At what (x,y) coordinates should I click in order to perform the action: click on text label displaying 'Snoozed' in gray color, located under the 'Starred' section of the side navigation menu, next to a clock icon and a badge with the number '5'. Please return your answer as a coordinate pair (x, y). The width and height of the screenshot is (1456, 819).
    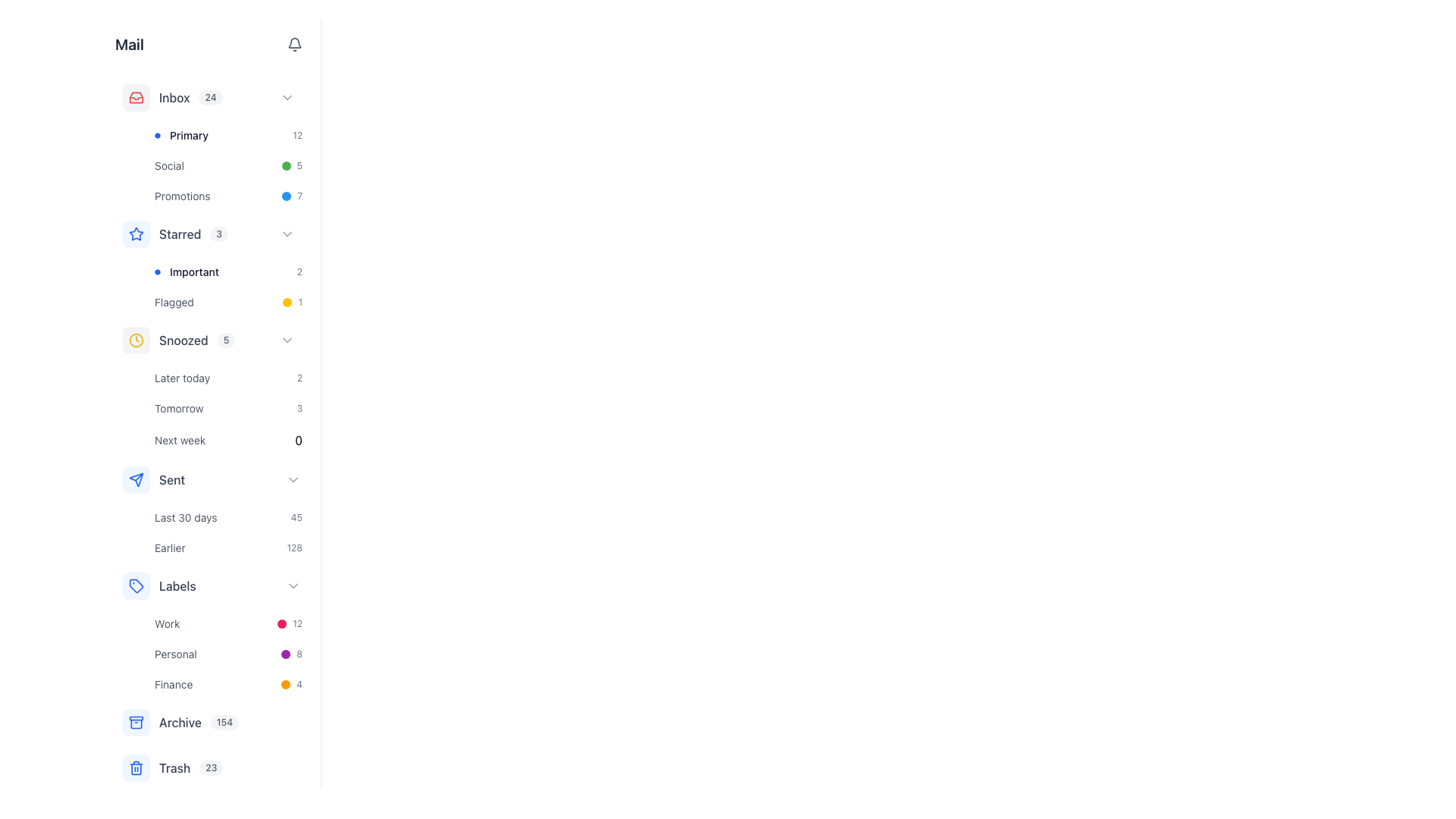
    Looking at the image, I should click on (183, 339).